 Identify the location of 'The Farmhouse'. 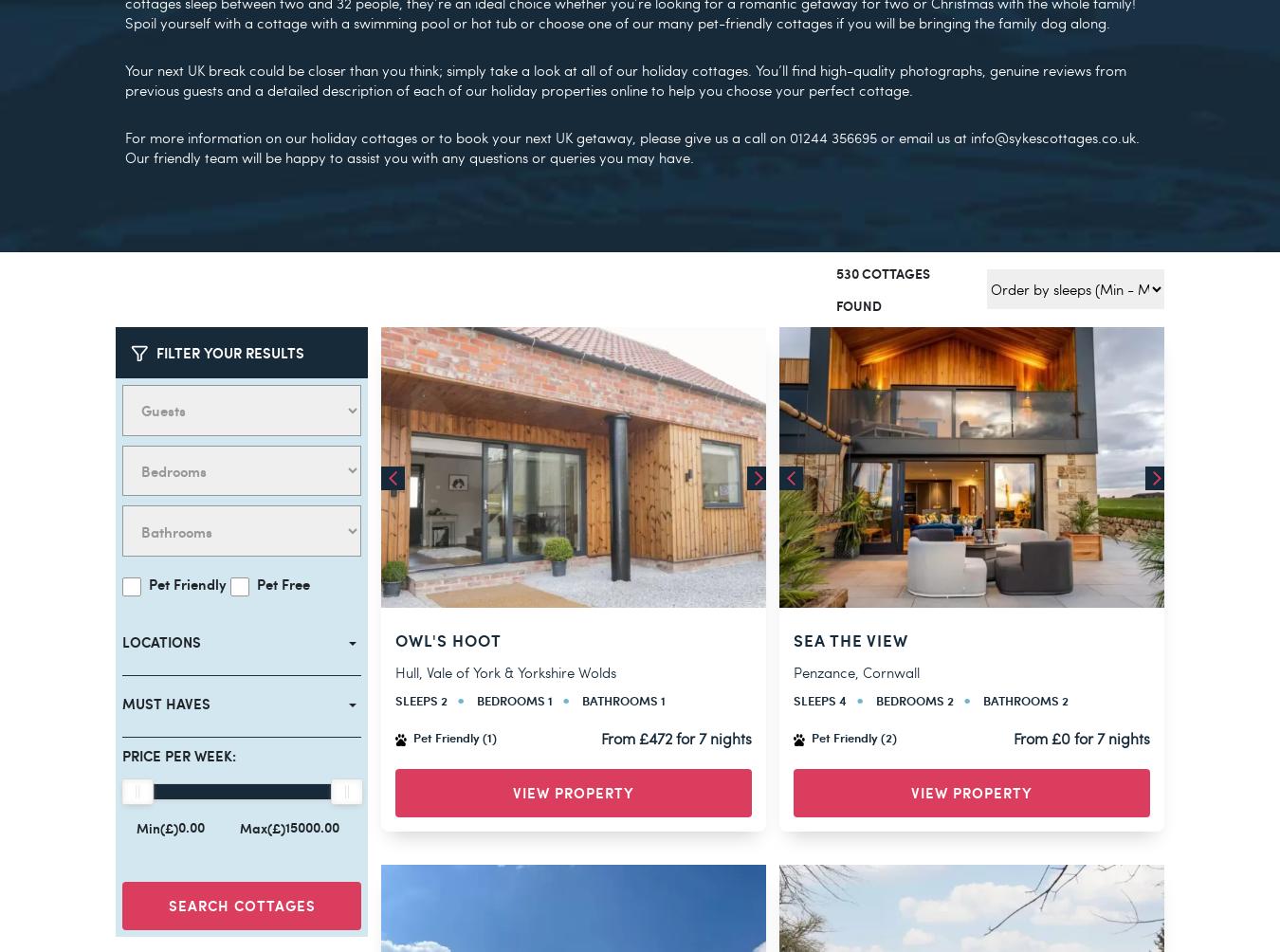
(865, 63).